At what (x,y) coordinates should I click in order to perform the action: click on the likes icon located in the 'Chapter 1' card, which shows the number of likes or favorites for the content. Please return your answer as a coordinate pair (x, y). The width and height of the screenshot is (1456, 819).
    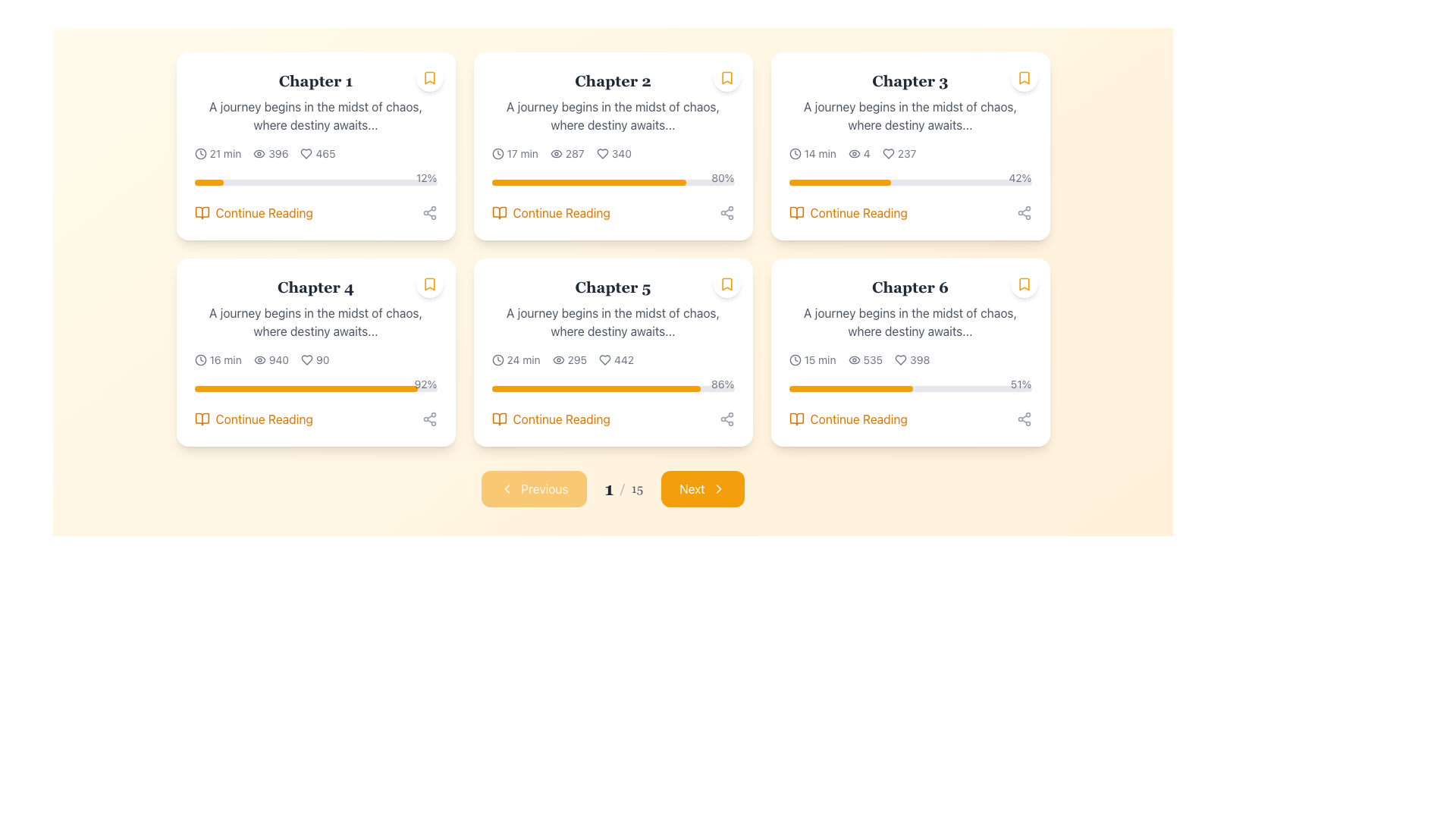
    Looking at the image, I should click on (317, 154).